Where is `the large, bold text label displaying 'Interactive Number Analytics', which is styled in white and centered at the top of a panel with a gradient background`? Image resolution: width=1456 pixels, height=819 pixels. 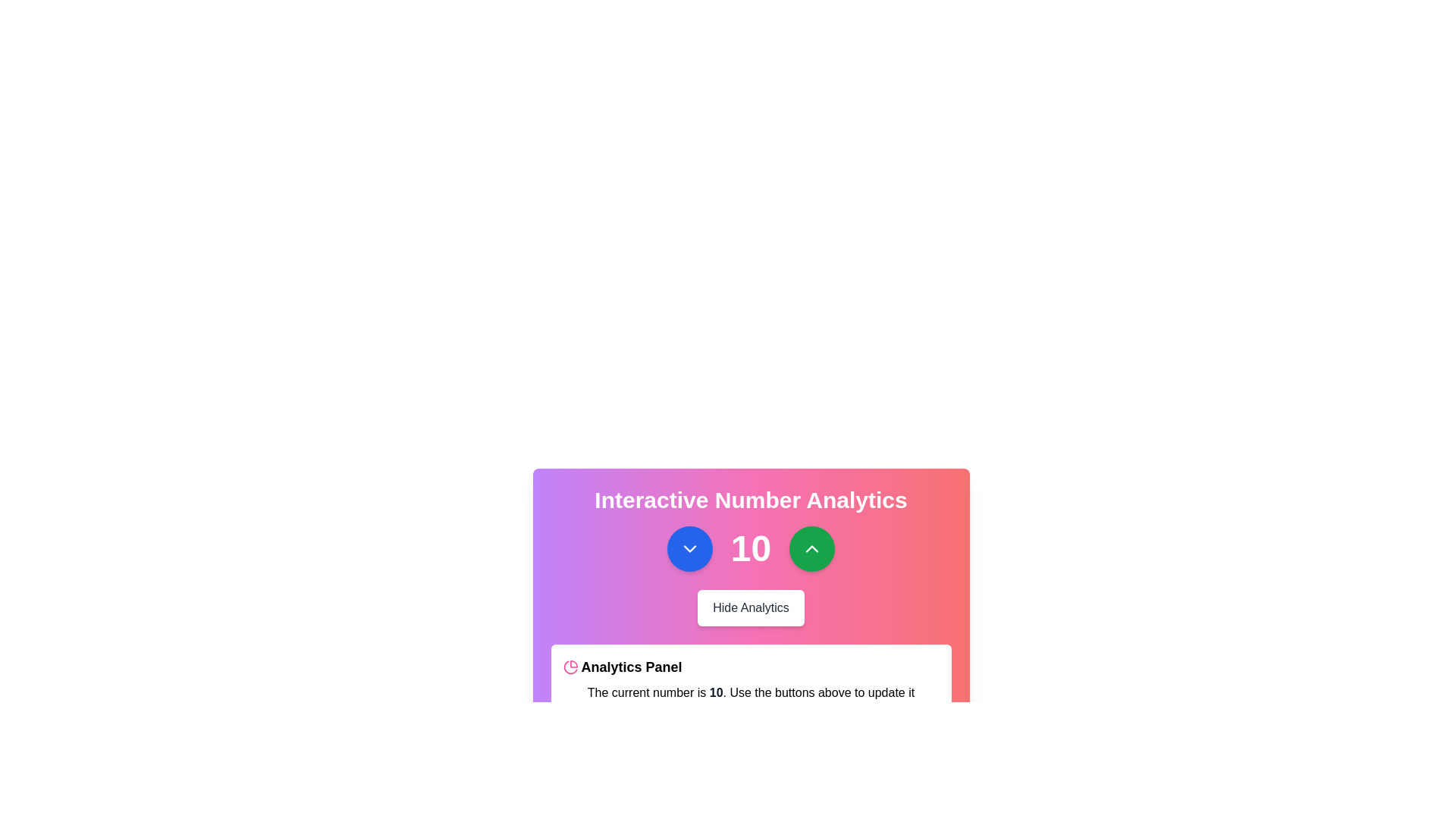 the large, bold text label displaying 'Interactive Number Analytics', which is styled in white and centered at the top of a panel with a gradient background is located at coordinates (751, 500).